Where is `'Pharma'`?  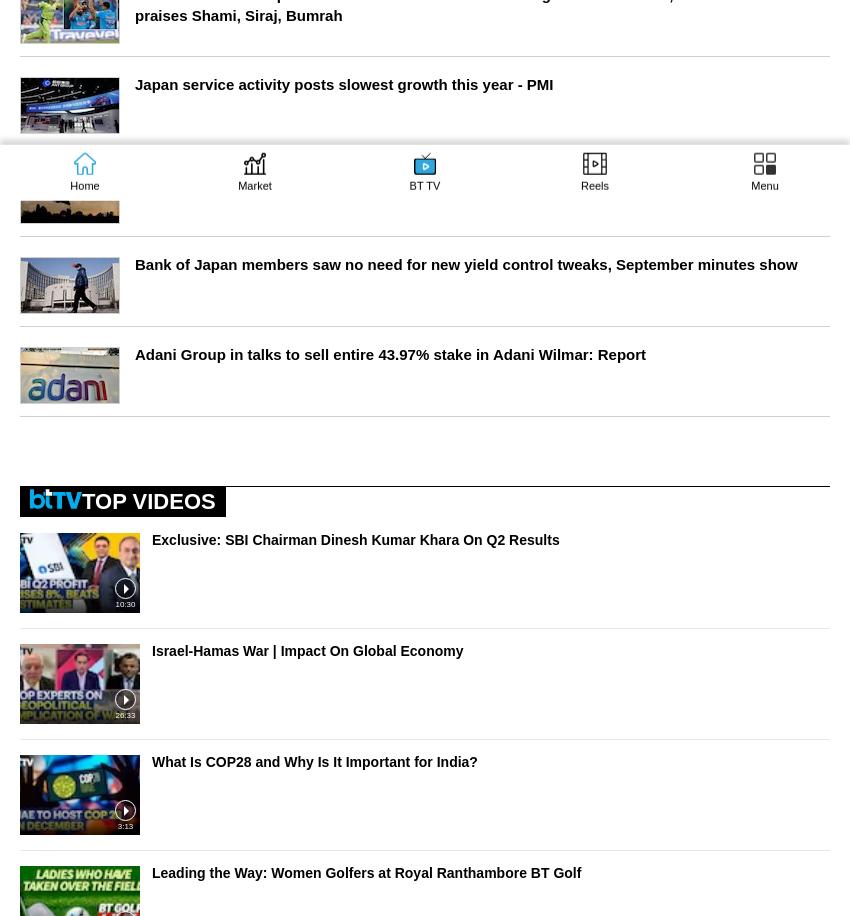
'Pharma' is located at coordinates (438, 499).